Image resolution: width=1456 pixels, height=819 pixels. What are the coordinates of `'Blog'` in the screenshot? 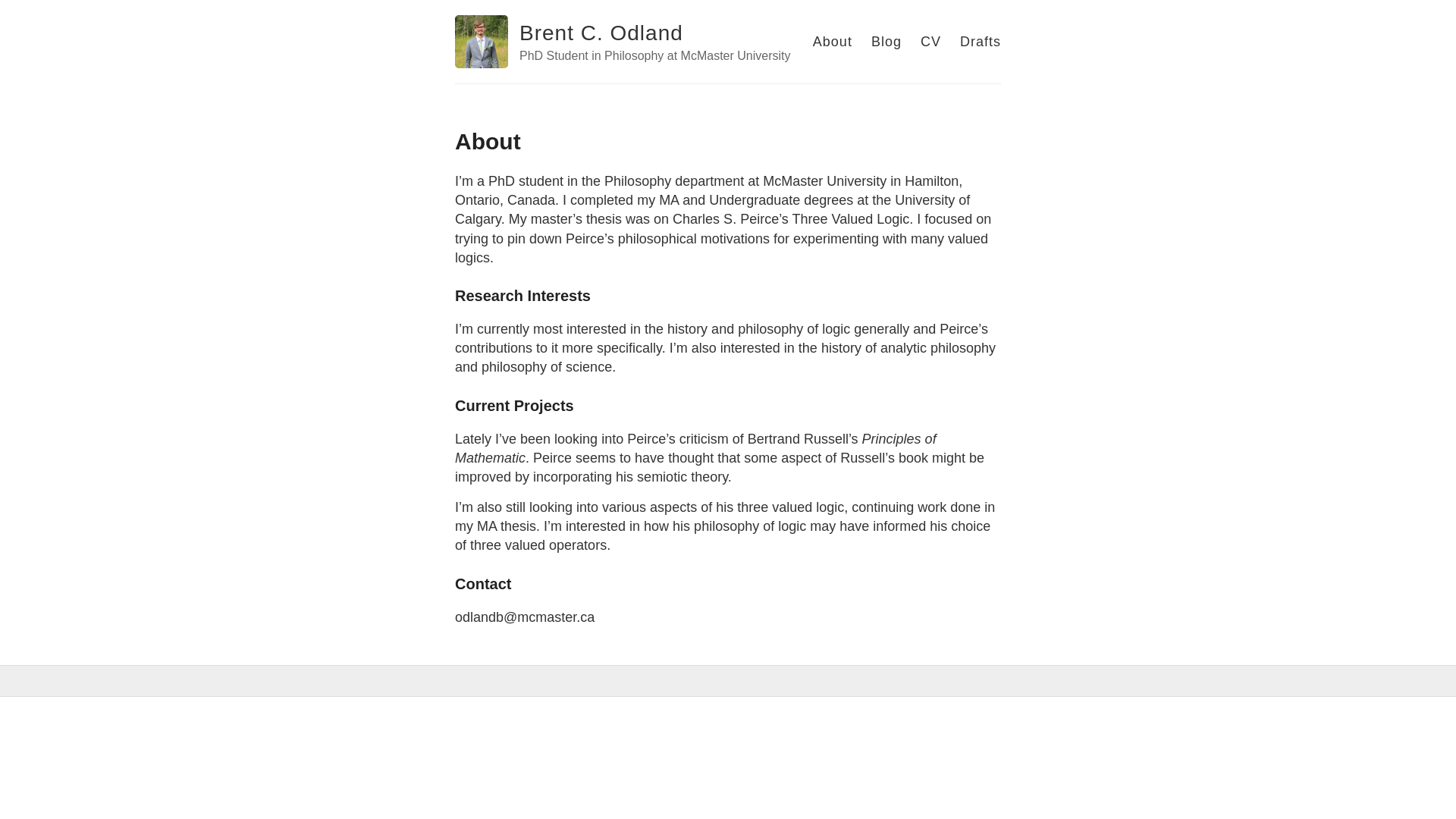 It's located at (886, 40).